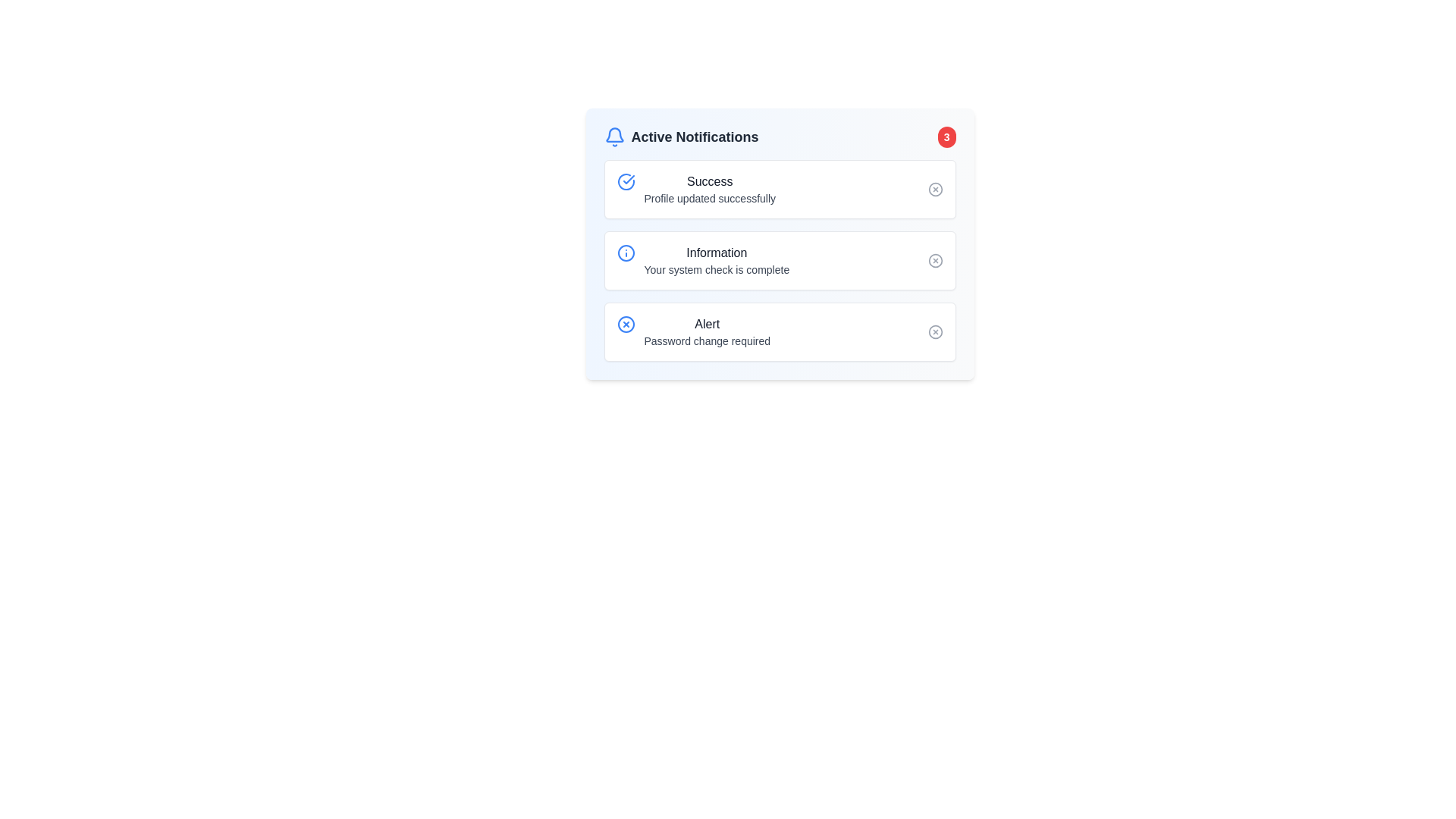  What do you see at coordinates (626, 253) in the screenshot?
I see `the information icon, which is a round blue icon with a lowercase 'i' centered in it, located to the left of the 'Information' text in the second notification item` at bounding box center [626, 253].